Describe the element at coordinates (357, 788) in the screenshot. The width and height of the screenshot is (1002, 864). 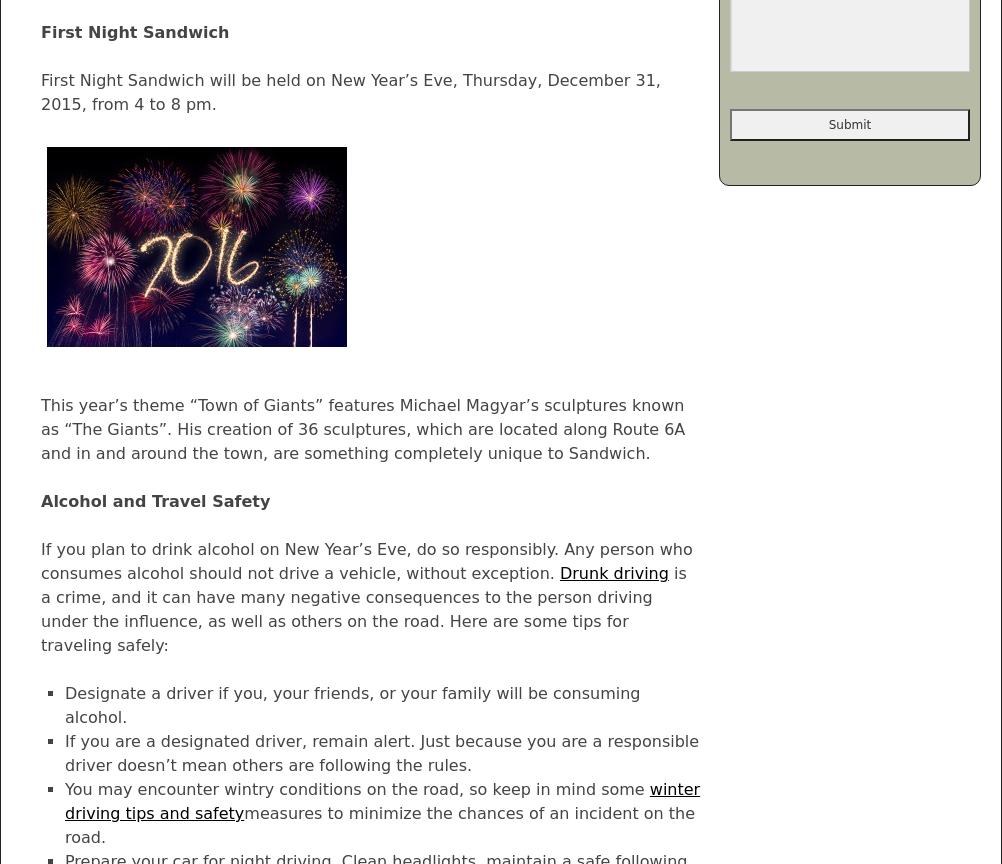
I see `'You may encounter wintry conditions on the road, so keep in mind some'` at that location.